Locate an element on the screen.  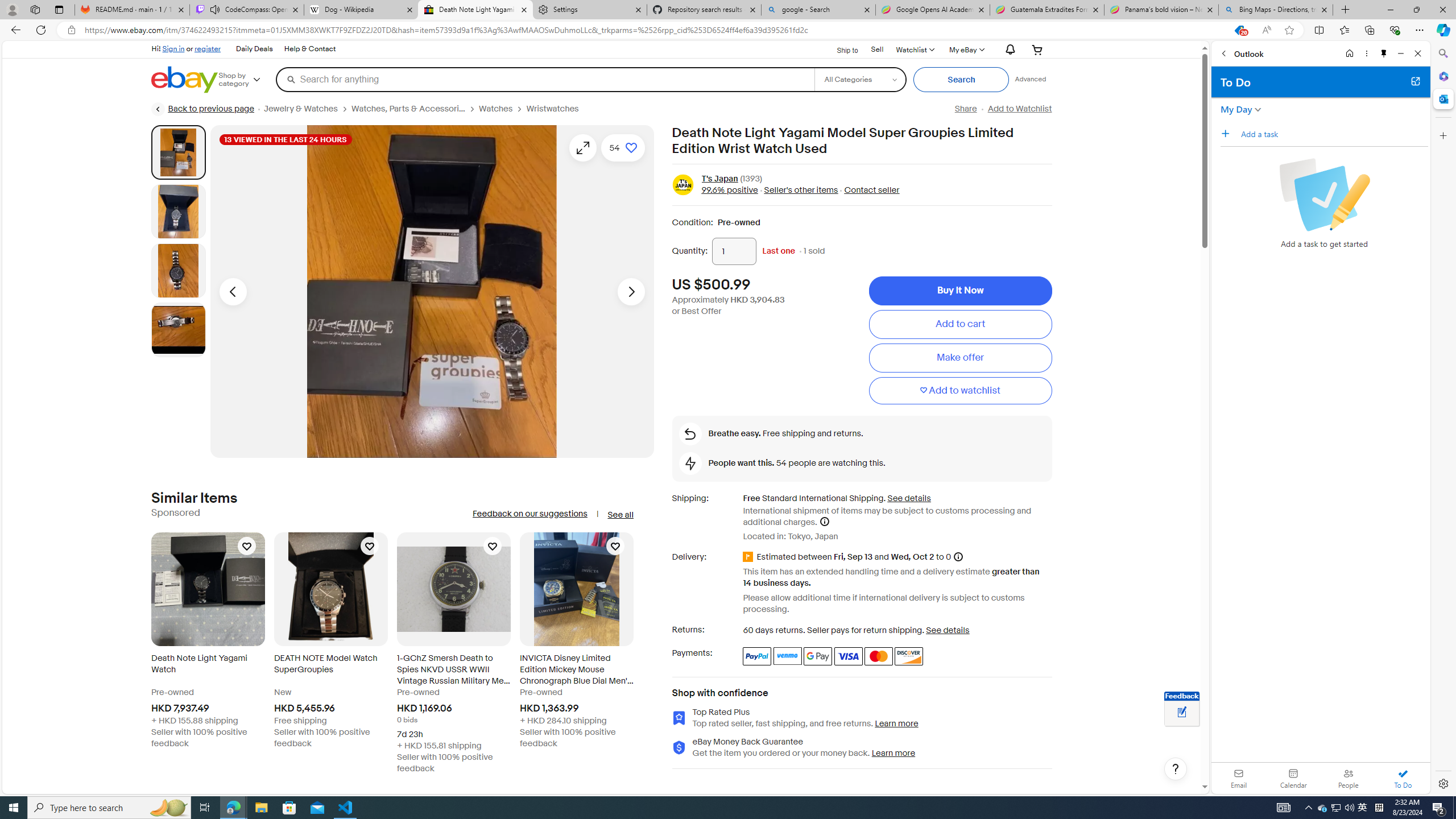
'Shipping help - opens a layer' is located at coordinates (823, 520).